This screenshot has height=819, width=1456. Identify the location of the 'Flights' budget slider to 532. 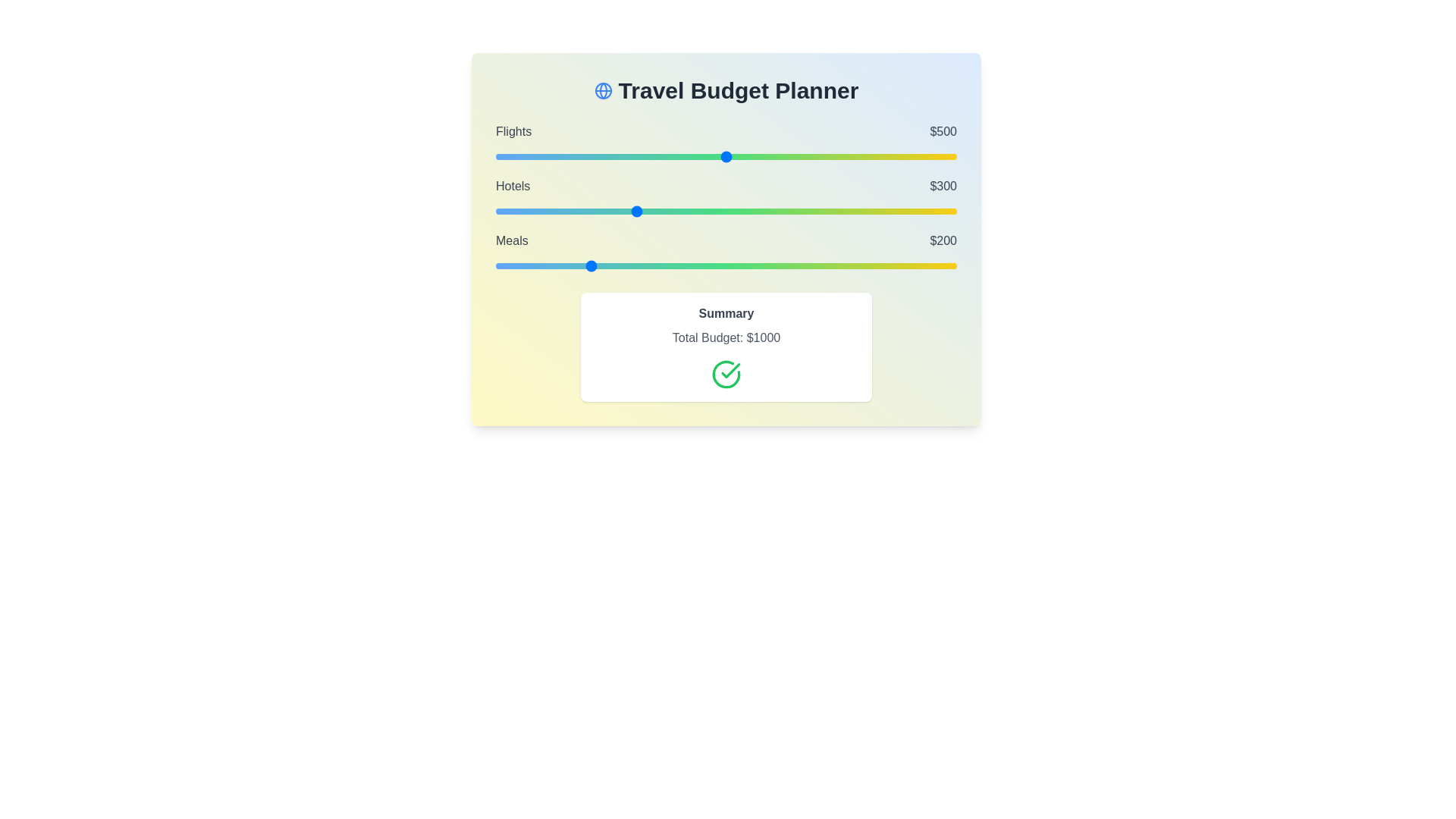
(741, 157).